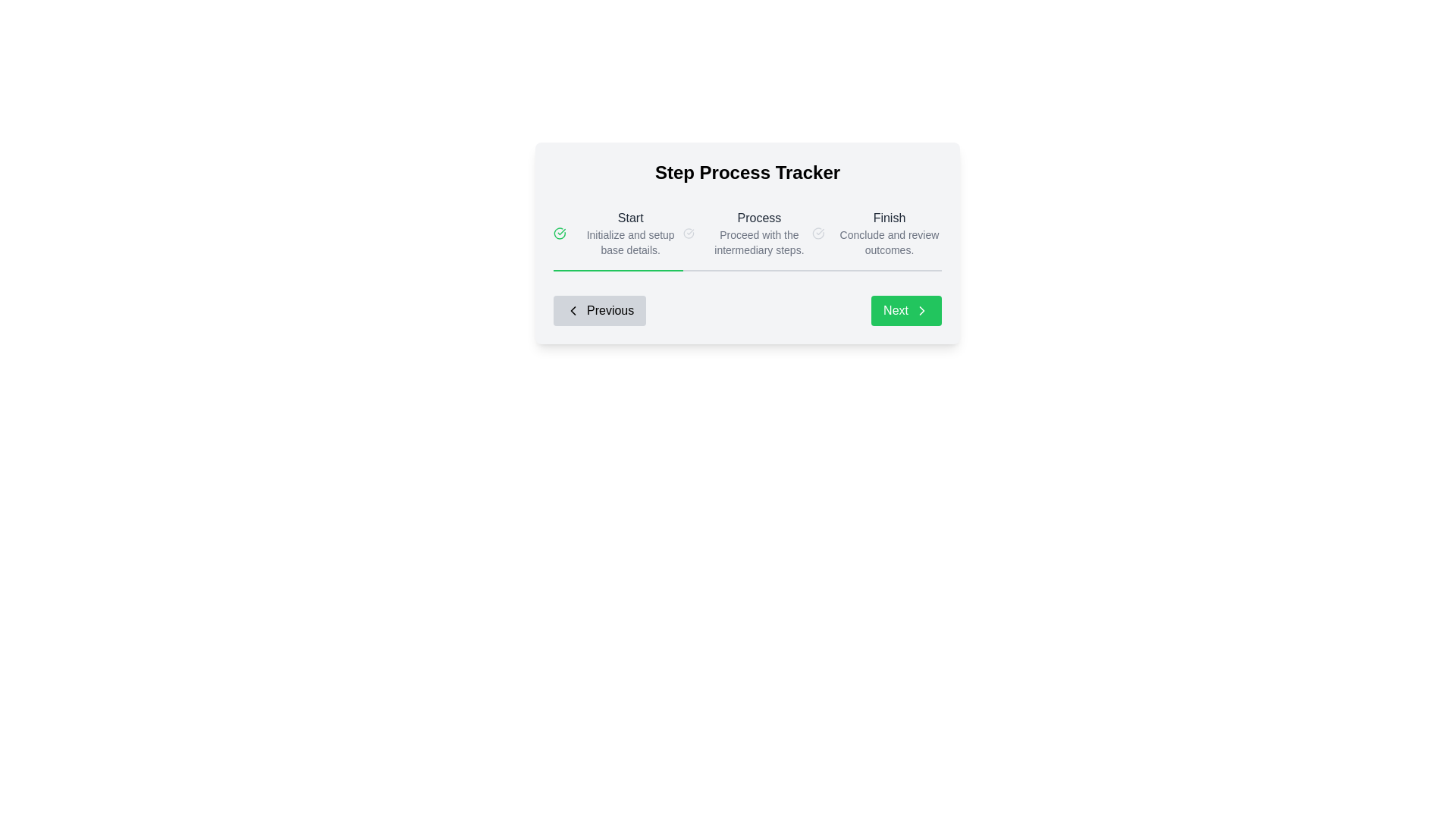 The height and width of the screenshot is (819, 1456). What do you see at coordinates (572, 309) in the screenshot?
I see `the left-facing chevron arrow icon within the 'Previous' button located in the bottom left section of the step tracker interface` at bounding box center [572, 309].